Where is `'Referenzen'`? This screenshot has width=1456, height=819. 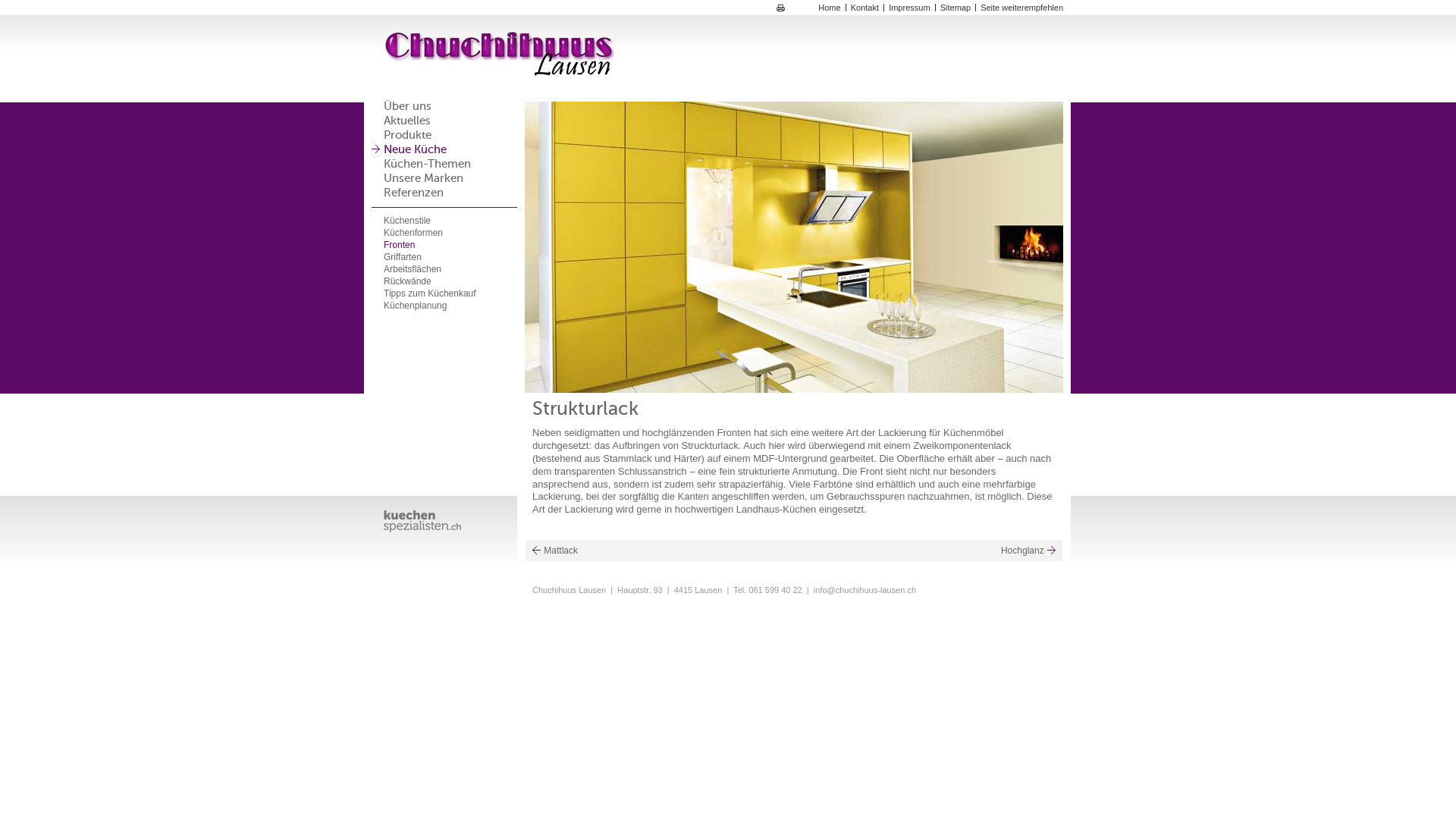
'Referenzen' is located at coordinates (413, 193).